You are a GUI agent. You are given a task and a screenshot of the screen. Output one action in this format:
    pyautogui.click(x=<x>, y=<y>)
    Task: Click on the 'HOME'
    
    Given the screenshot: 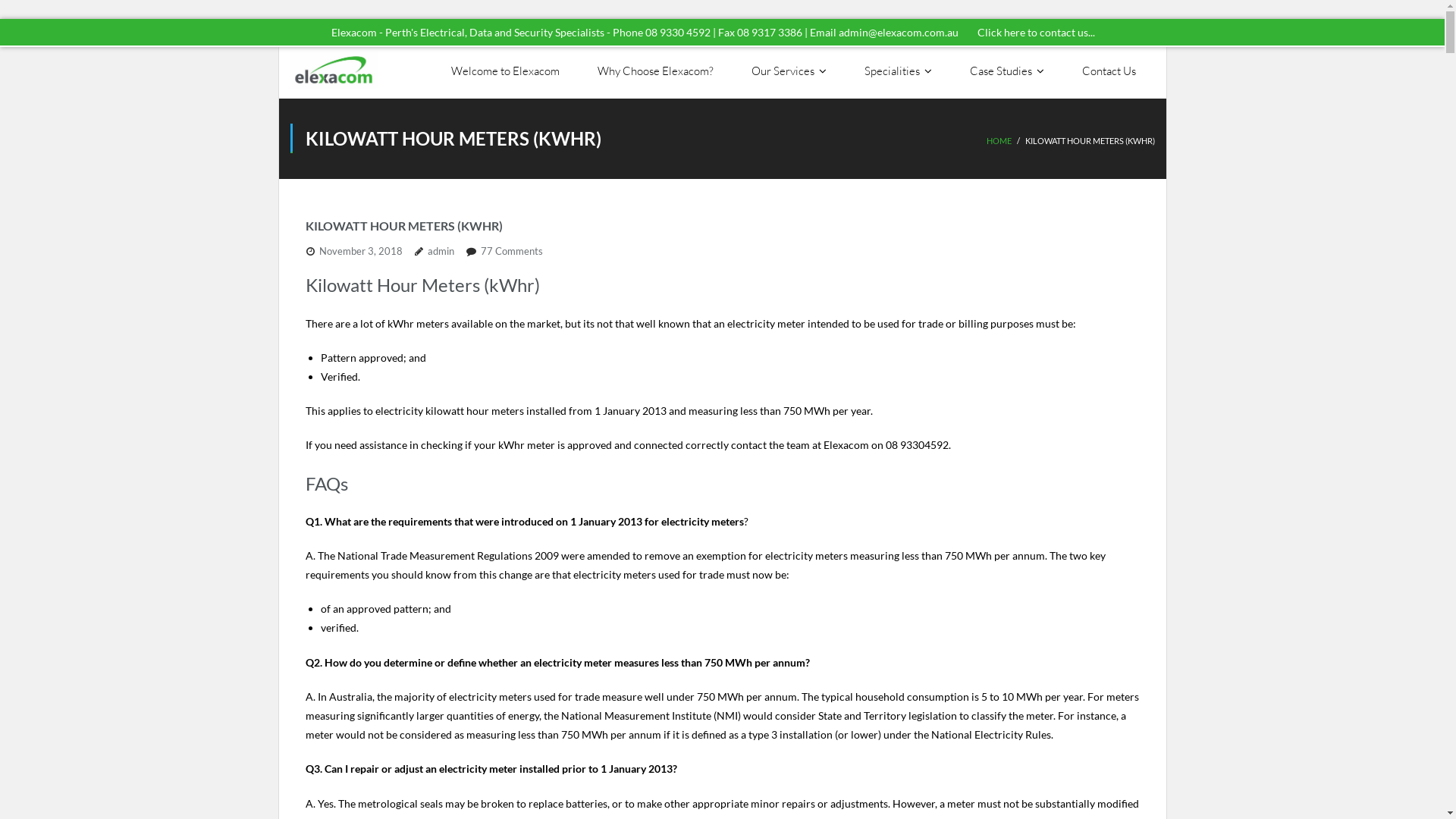 What is the action you would take?
    pyautogui.click(x=998, y=140)
    